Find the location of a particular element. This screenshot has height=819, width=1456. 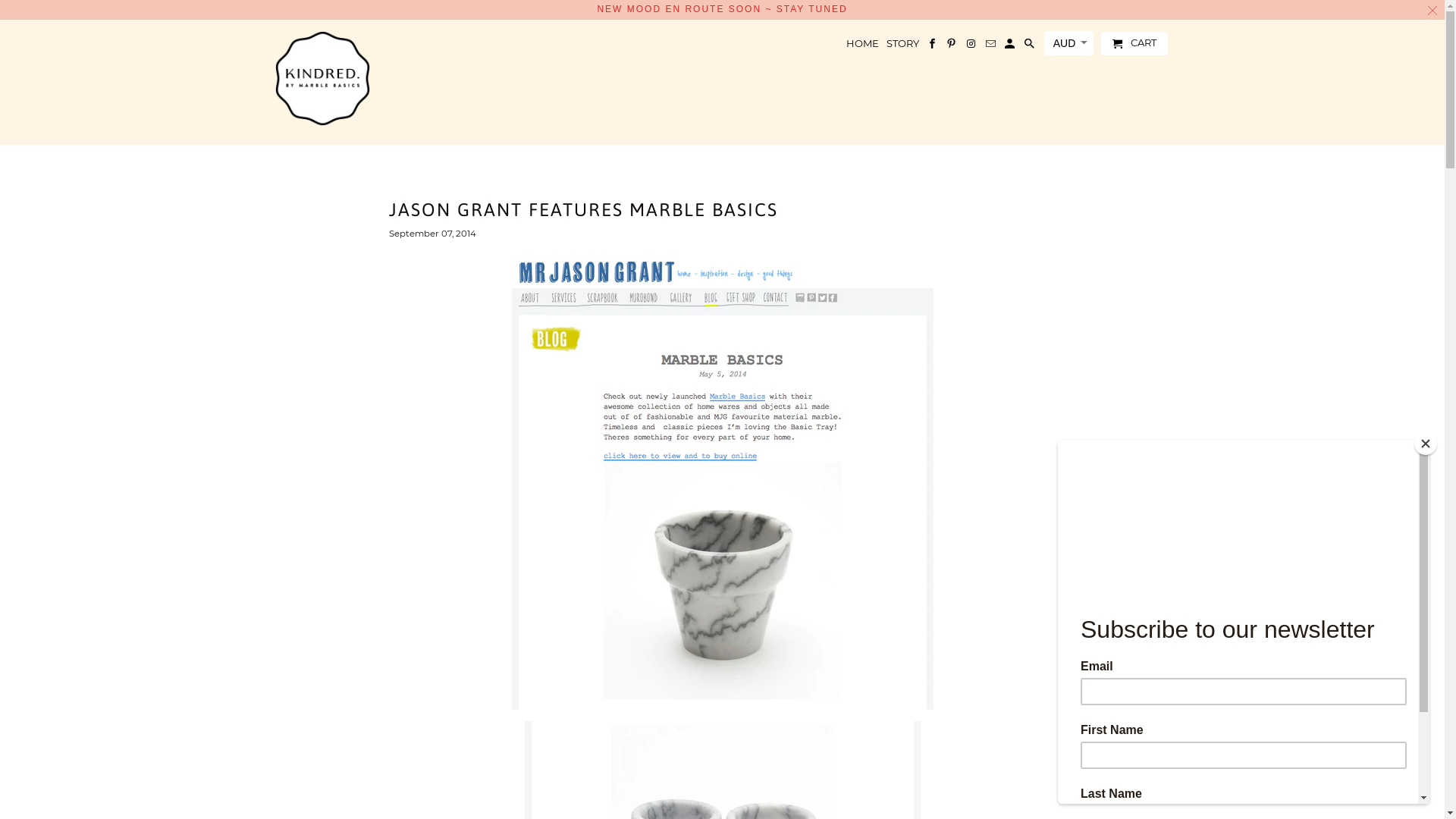

'My Account ' is located at coordinates (1004, 45).